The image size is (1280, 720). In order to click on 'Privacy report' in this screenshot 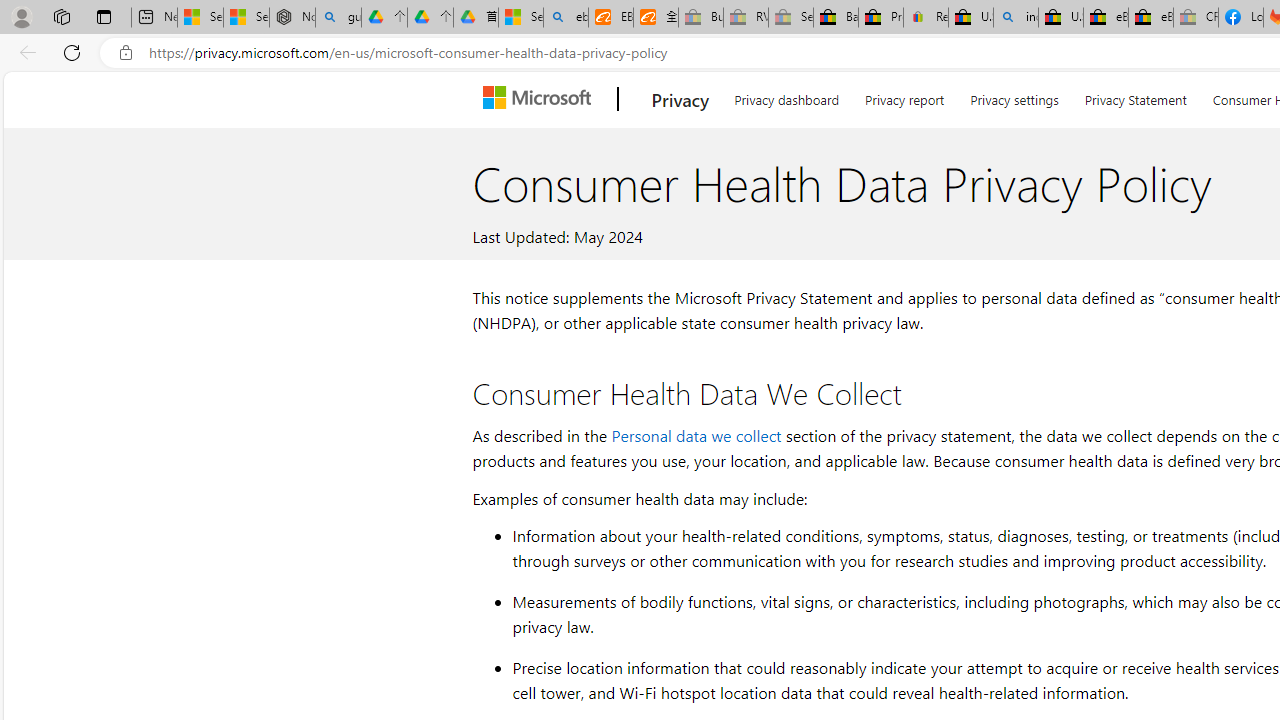, I will do `click(903, 96)`.